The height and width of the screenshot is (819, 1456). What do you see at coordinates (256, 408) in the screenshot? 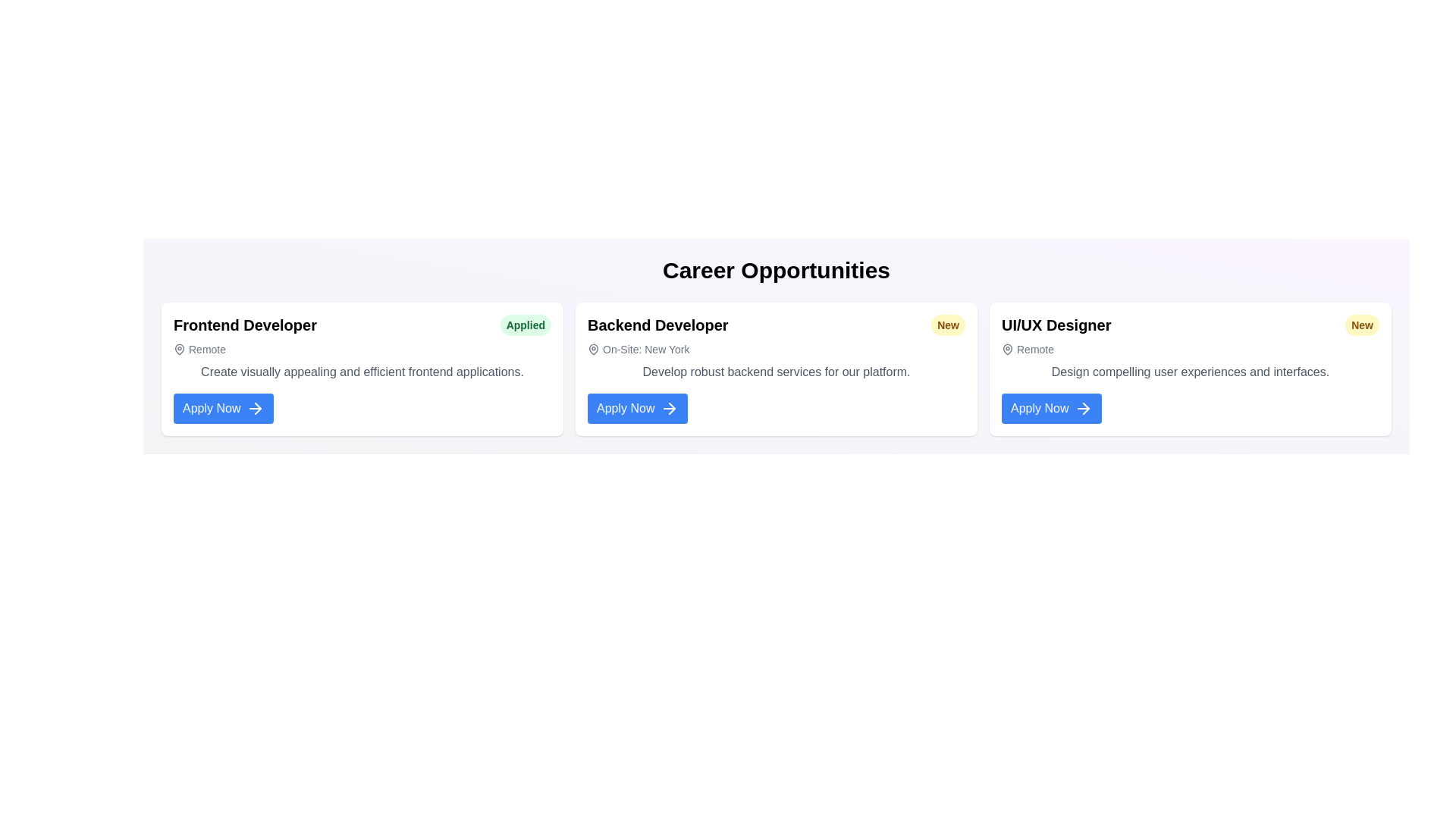
I see `the arrow icon located on the right-hand side of the 'Apply Now' button for the 'Frontend Developer' position` at bounding box center [256, 408].